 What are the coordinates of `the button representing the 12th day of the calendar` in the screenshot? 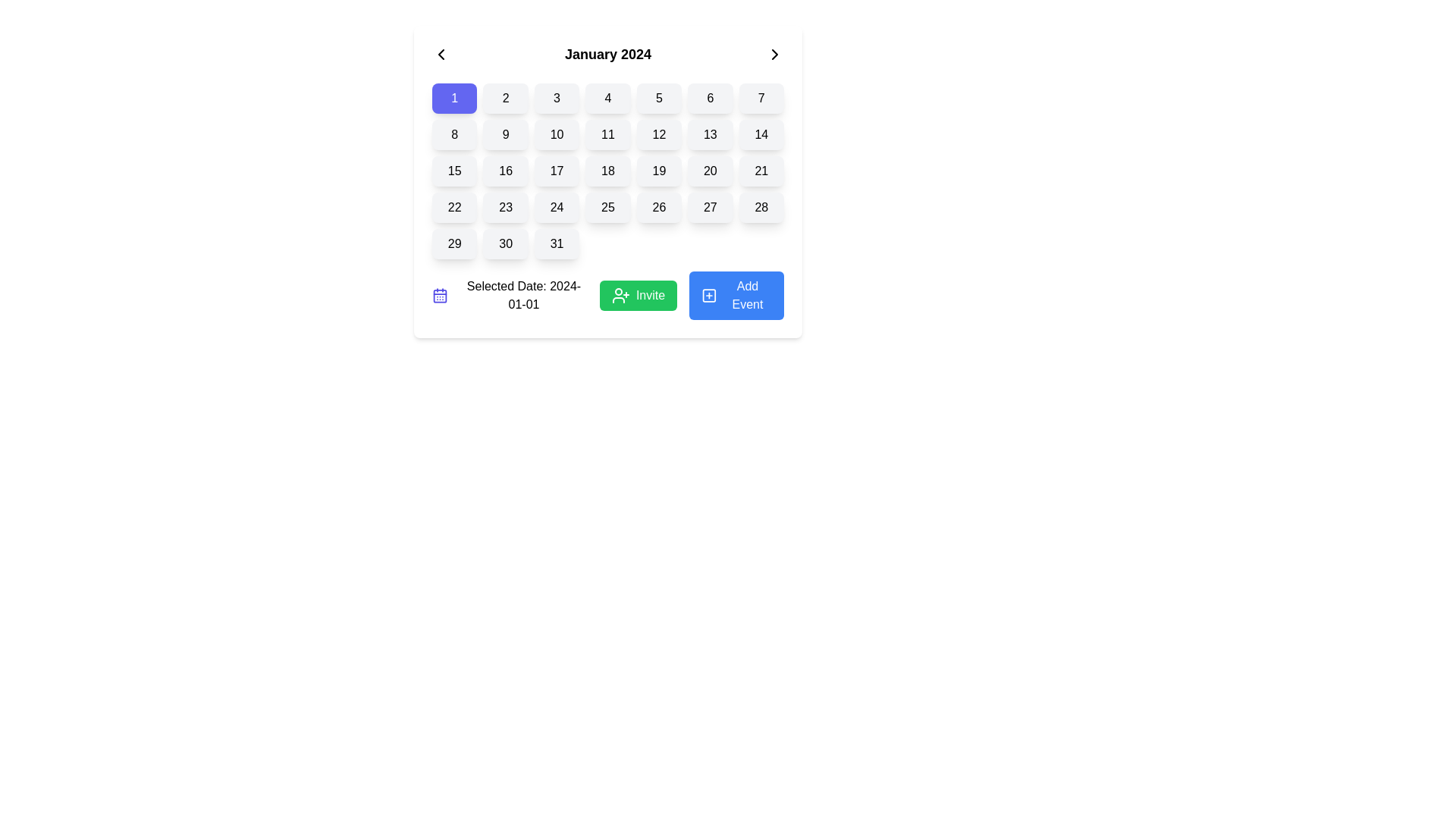 It's located at (659, 133).